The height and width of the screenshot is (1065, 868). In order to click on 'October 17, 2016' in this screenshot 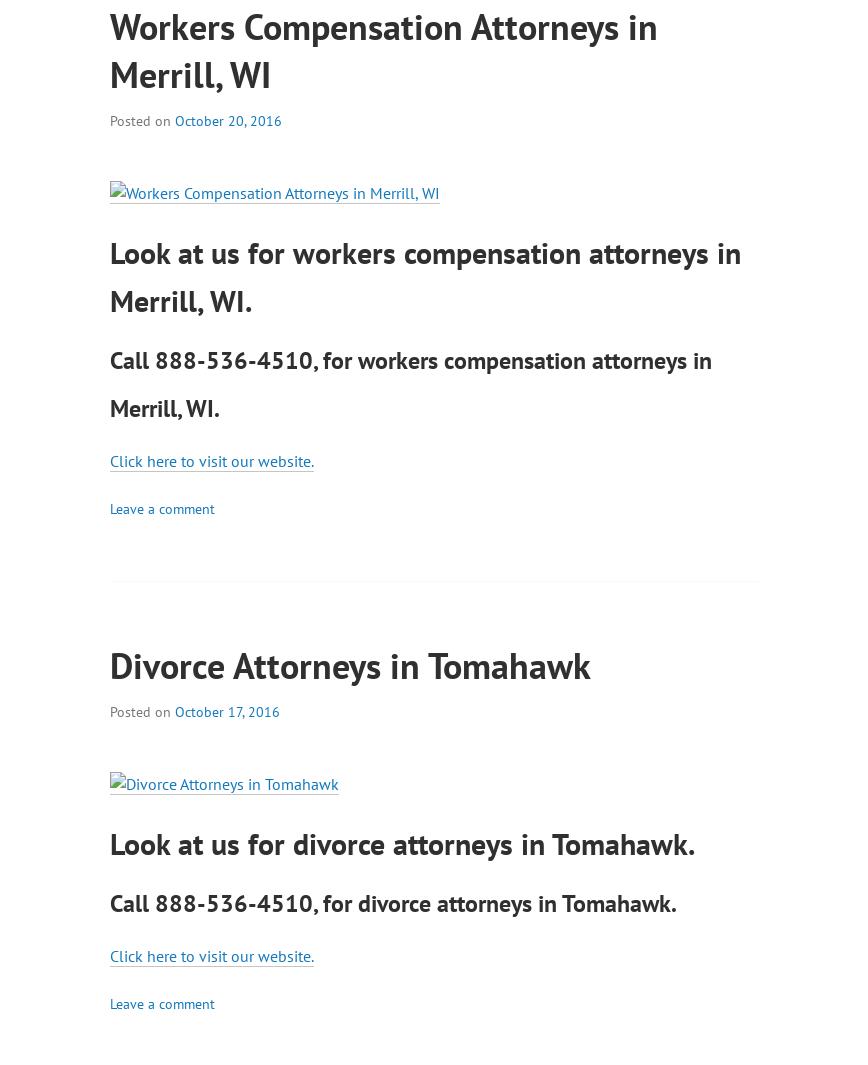, I will do `click(227, 710)`.